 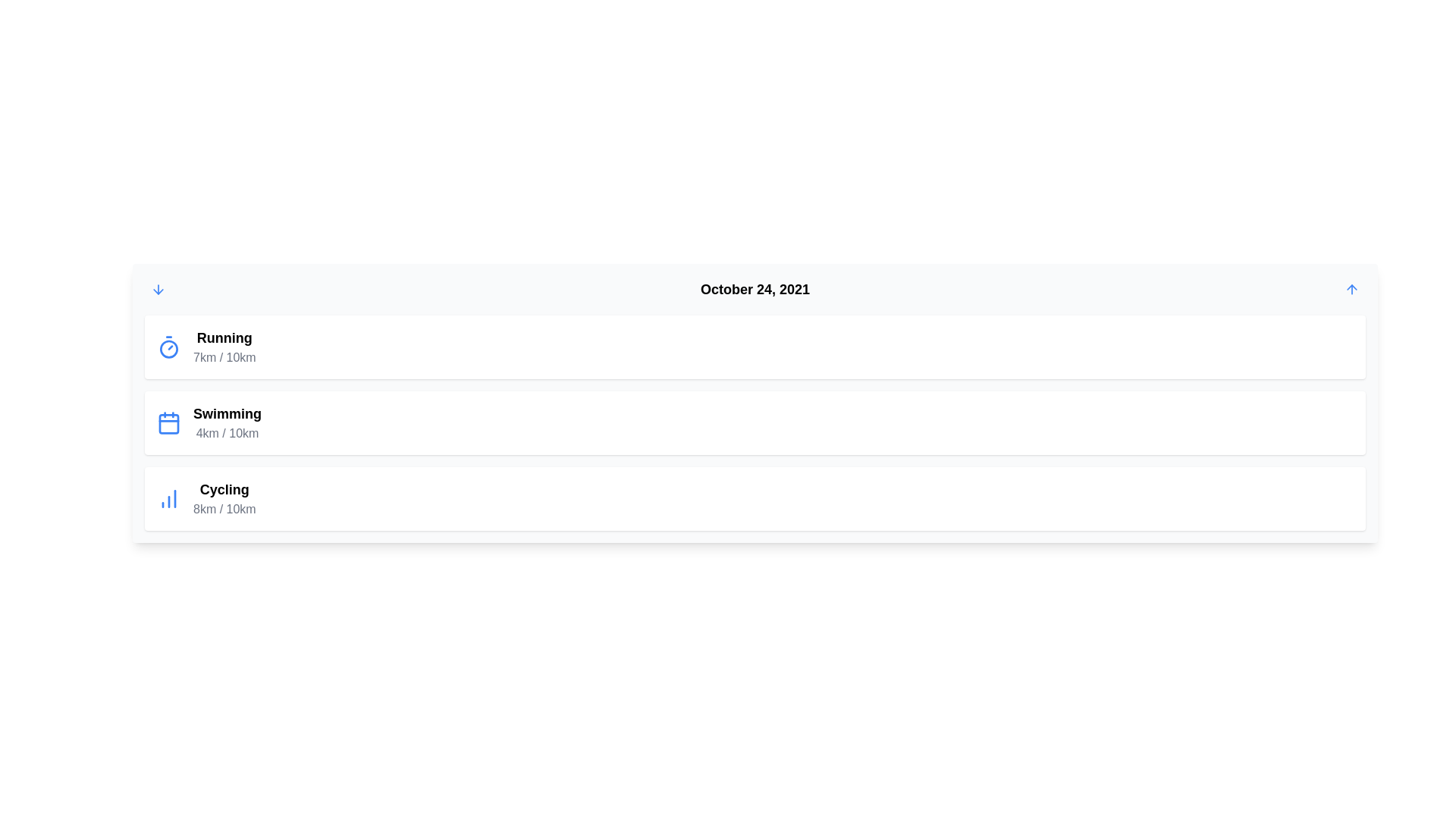 I want to click on the text label that serves as a heading for the third activity card, which is located above the distance text ('8km / 10km'), in a vertical list of activity cards, so click(x=224, y=489).